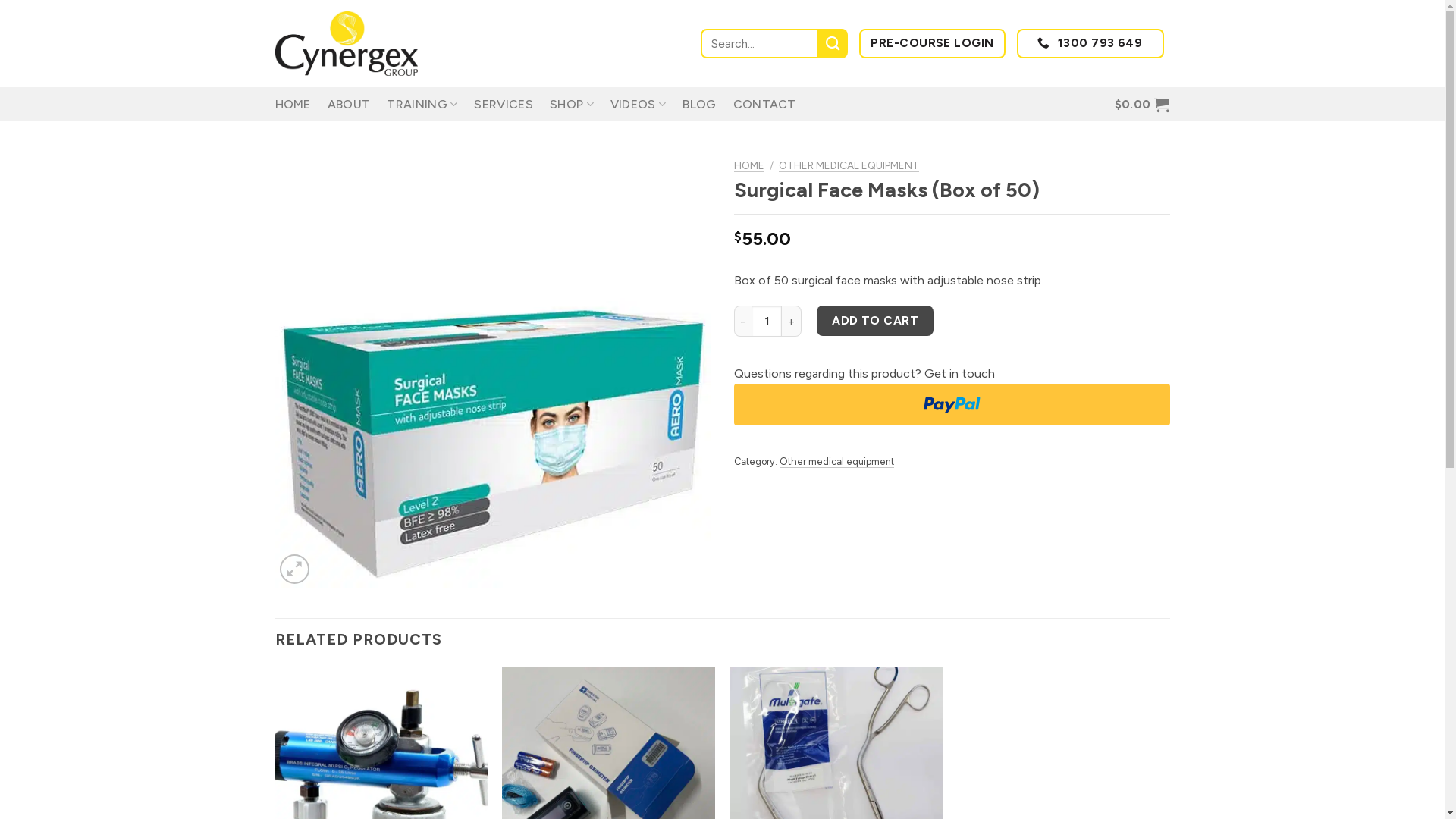 The image size is (1456, 819). What do you see at coordinates (931, 42) in the screenshot?
I see `'PRE-COURSE LOGIN'` at bounding box center [931, 42].